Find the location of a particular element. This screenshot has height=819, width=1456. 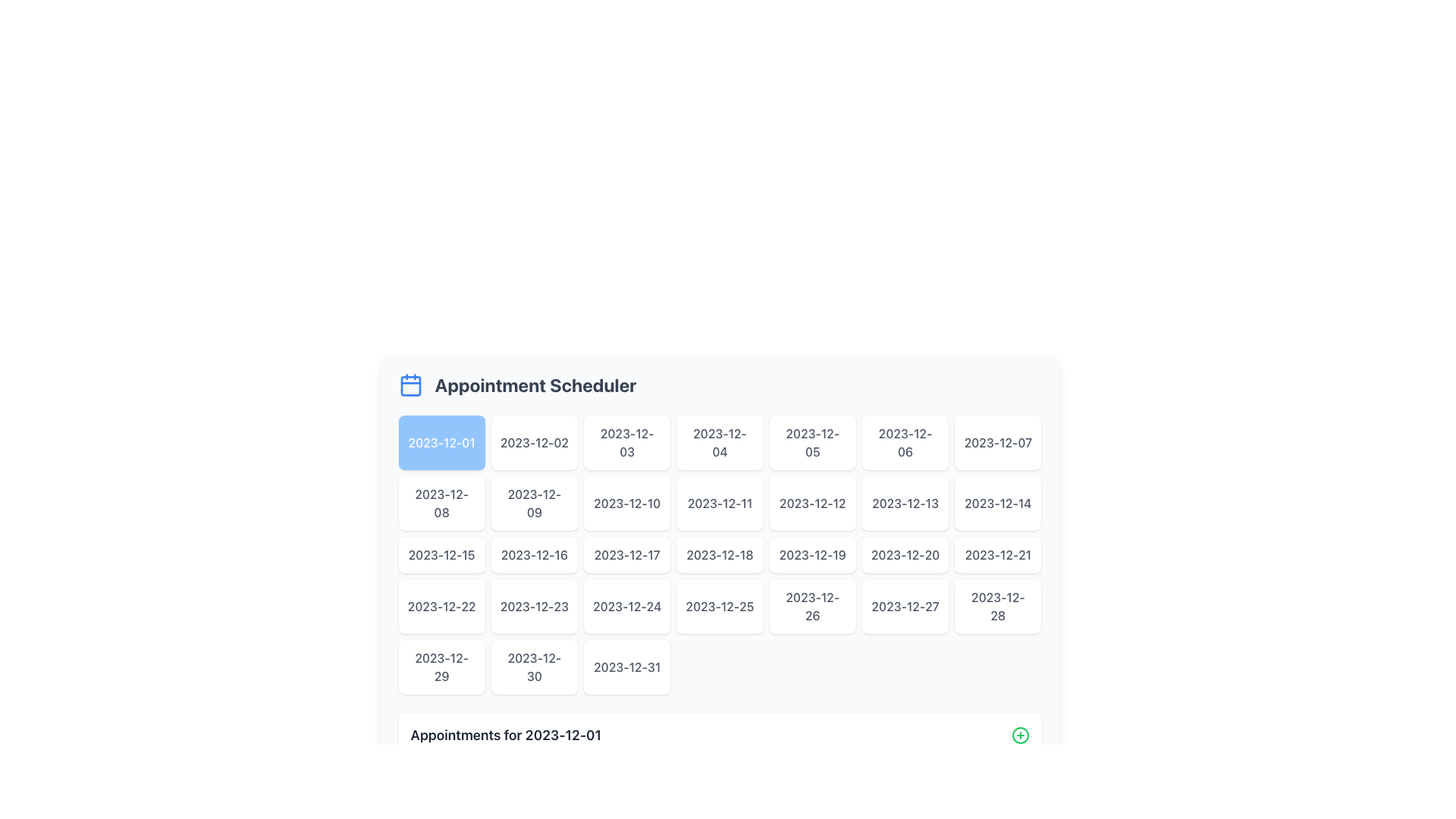

the button displaying the date '2023-12-28' which is located in the last row and sixth column of the grid layout is located at coordinates (998, 605).